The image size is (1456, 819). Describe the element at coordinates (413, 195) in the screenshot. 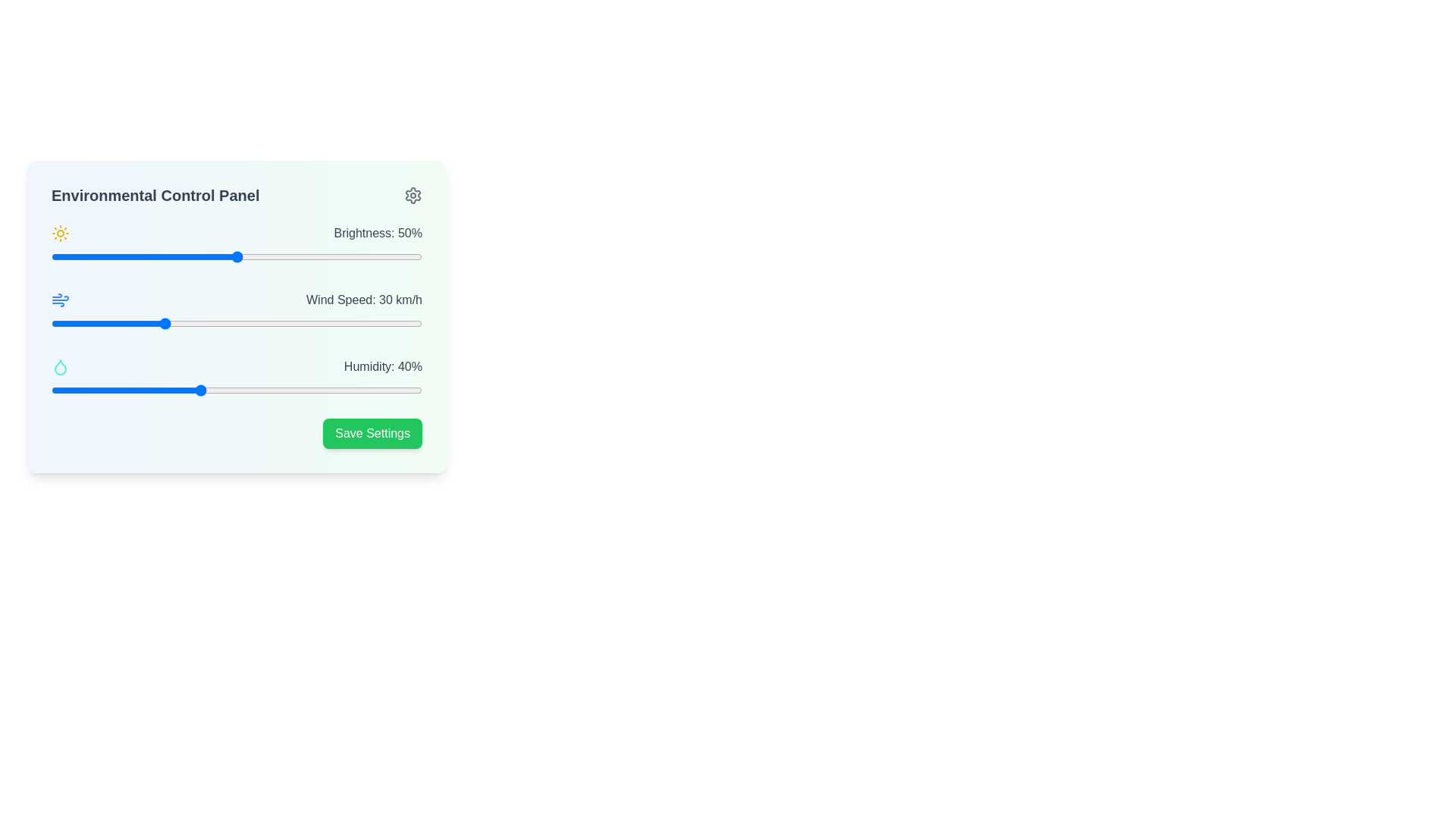

I see `the gear-shaped icon in the top-right corner of the Environmental Control Panel` at that location.